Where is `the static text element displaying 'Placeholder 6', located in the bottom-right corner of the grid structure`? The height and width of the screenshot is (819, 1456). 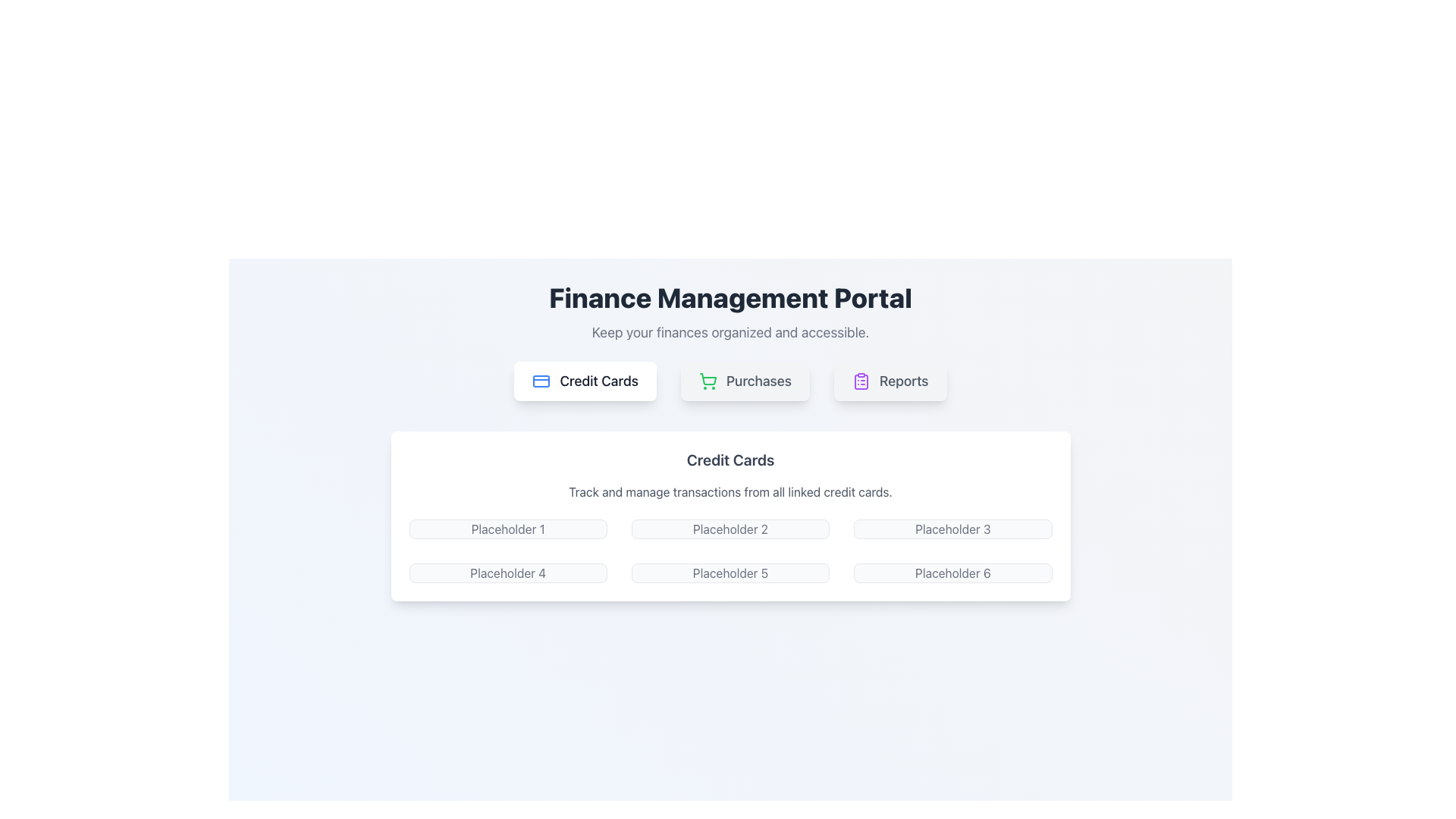 the static text element displaying 'Placeholder 6', located in the bottom-right corner of the grid structure is located at coordinates (952, 573).